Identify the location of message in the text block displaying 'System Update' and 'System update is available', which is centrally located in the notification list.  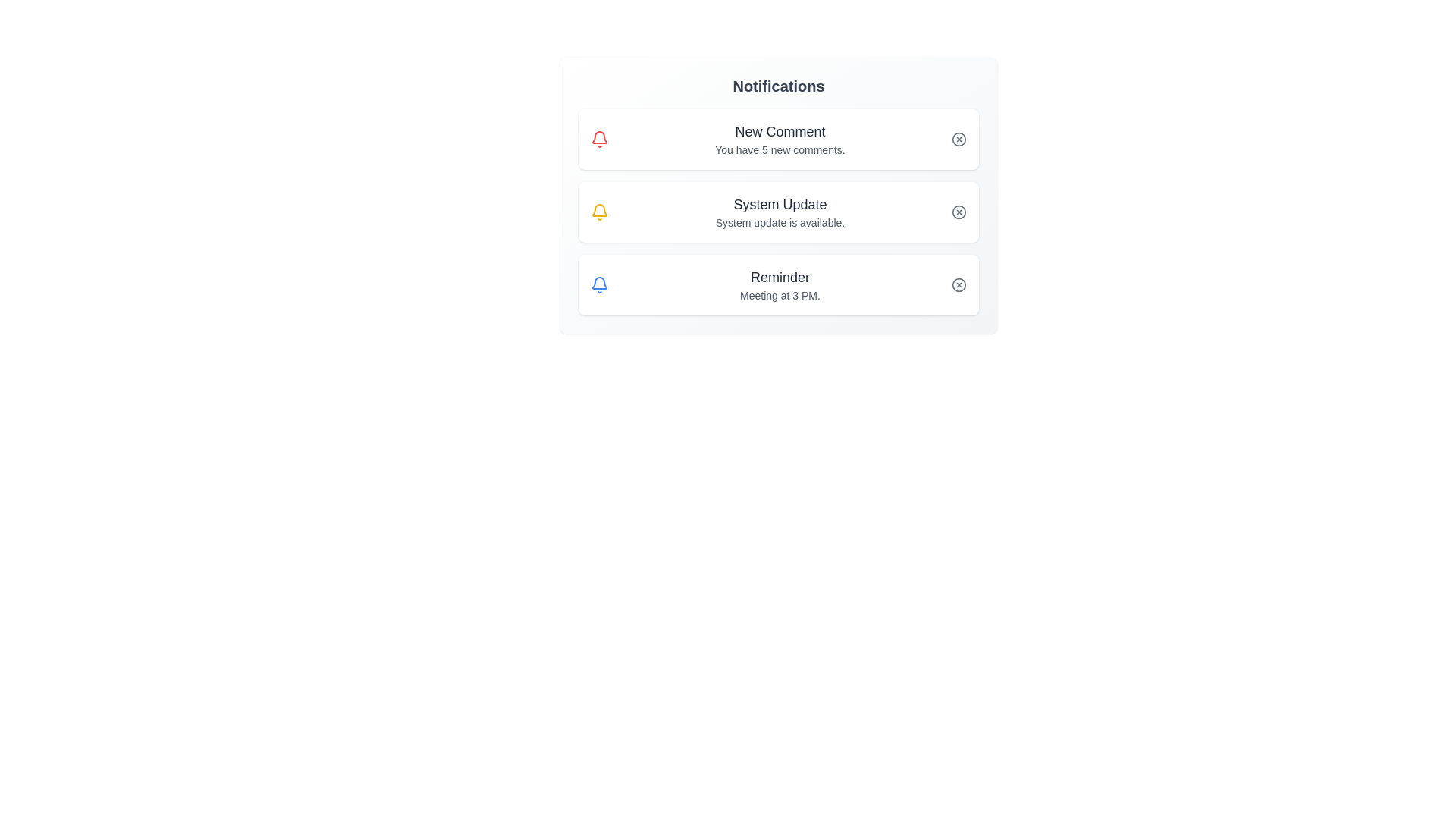
(780, 212).